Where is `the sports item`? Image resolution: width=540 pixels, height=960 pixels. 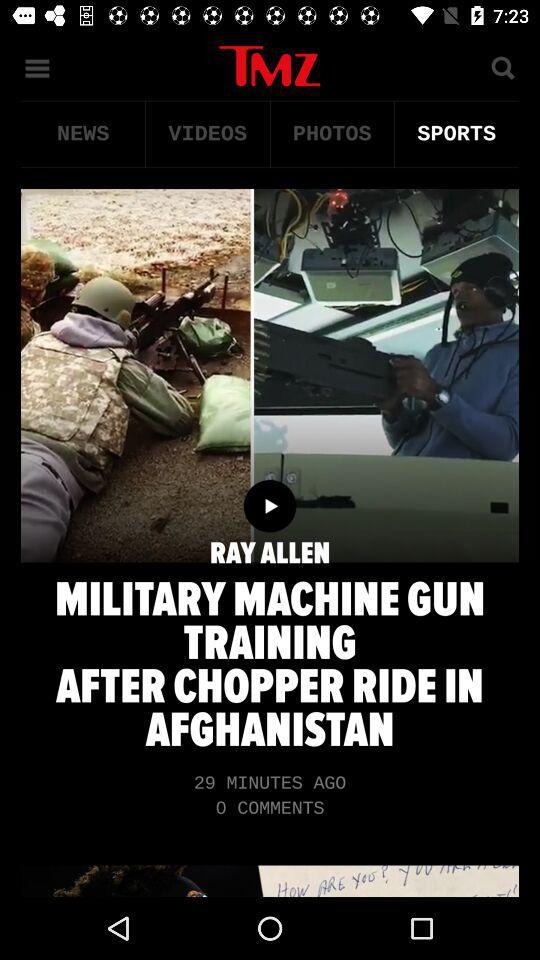
the sports item is located at coordinates (456, 133).